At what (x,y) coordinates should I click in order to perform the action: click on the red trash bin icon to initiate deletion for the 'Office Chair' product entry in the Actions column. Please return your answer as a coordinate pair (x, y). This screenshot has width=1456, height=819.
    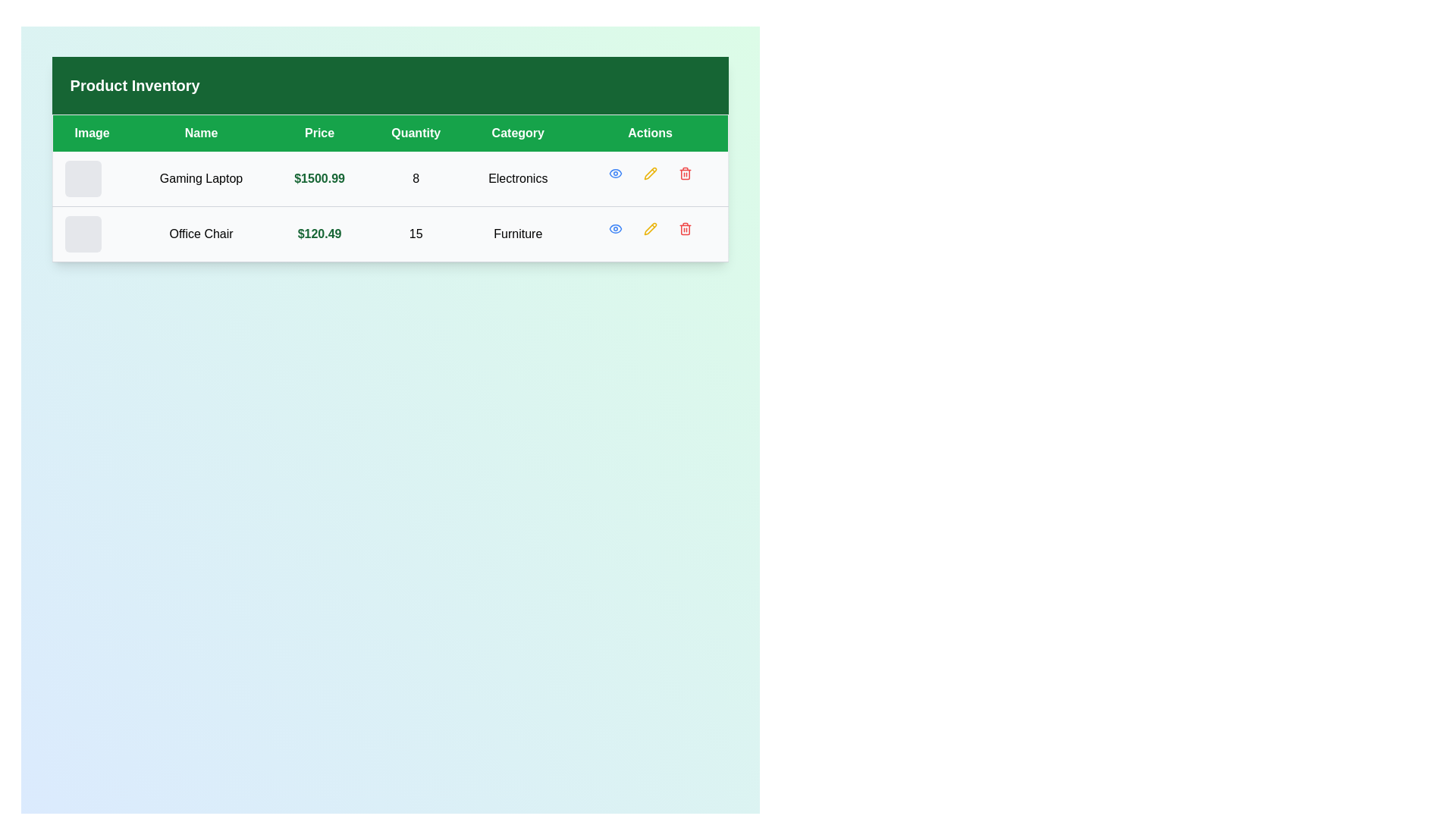
    Looking at the image, I should click on (684, 228).